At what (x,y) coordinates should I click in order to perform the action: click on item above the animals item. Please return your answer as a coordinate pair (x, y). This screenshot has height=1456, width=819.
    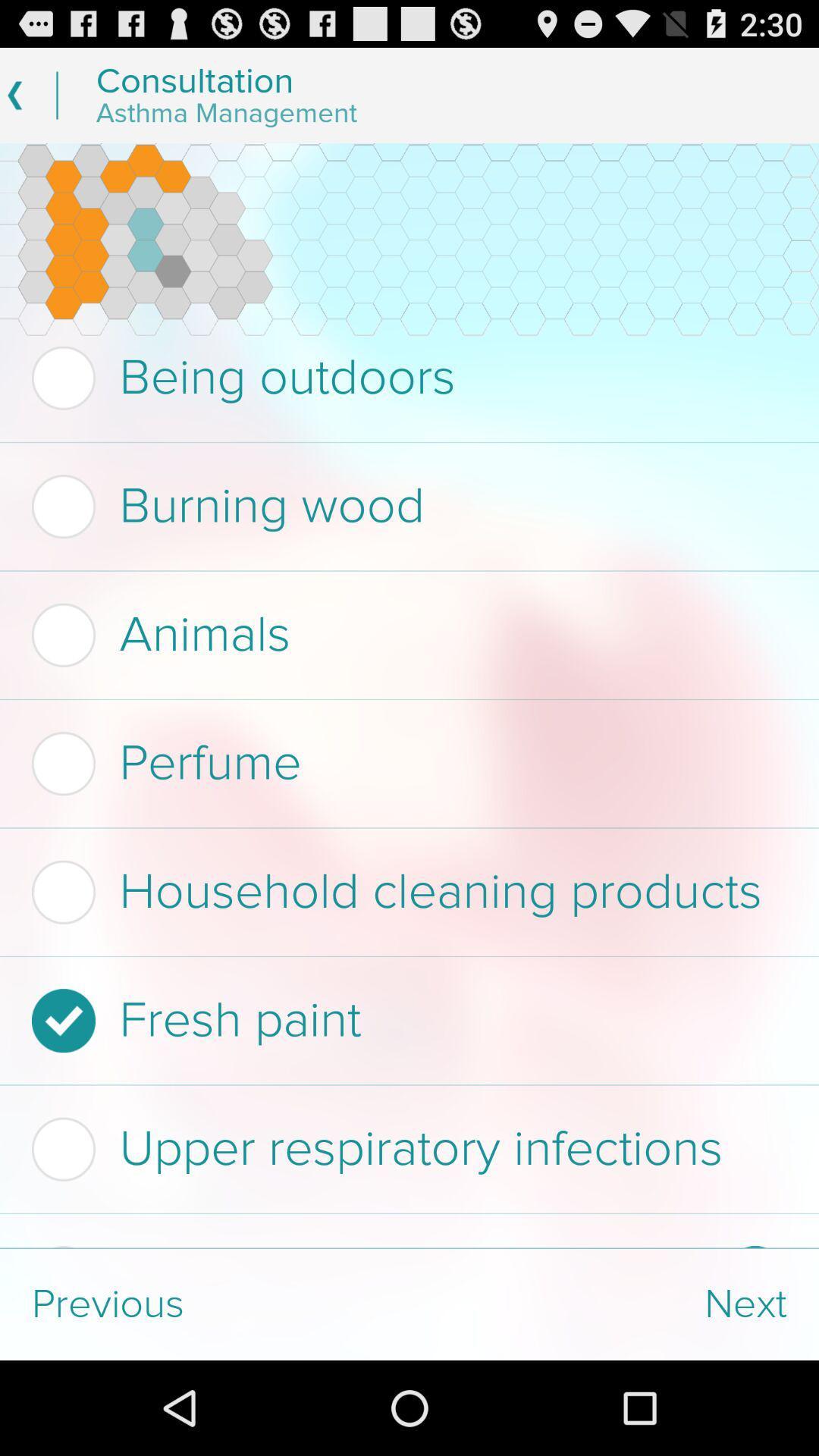
    Looking at the image, I should click on (404, 507).